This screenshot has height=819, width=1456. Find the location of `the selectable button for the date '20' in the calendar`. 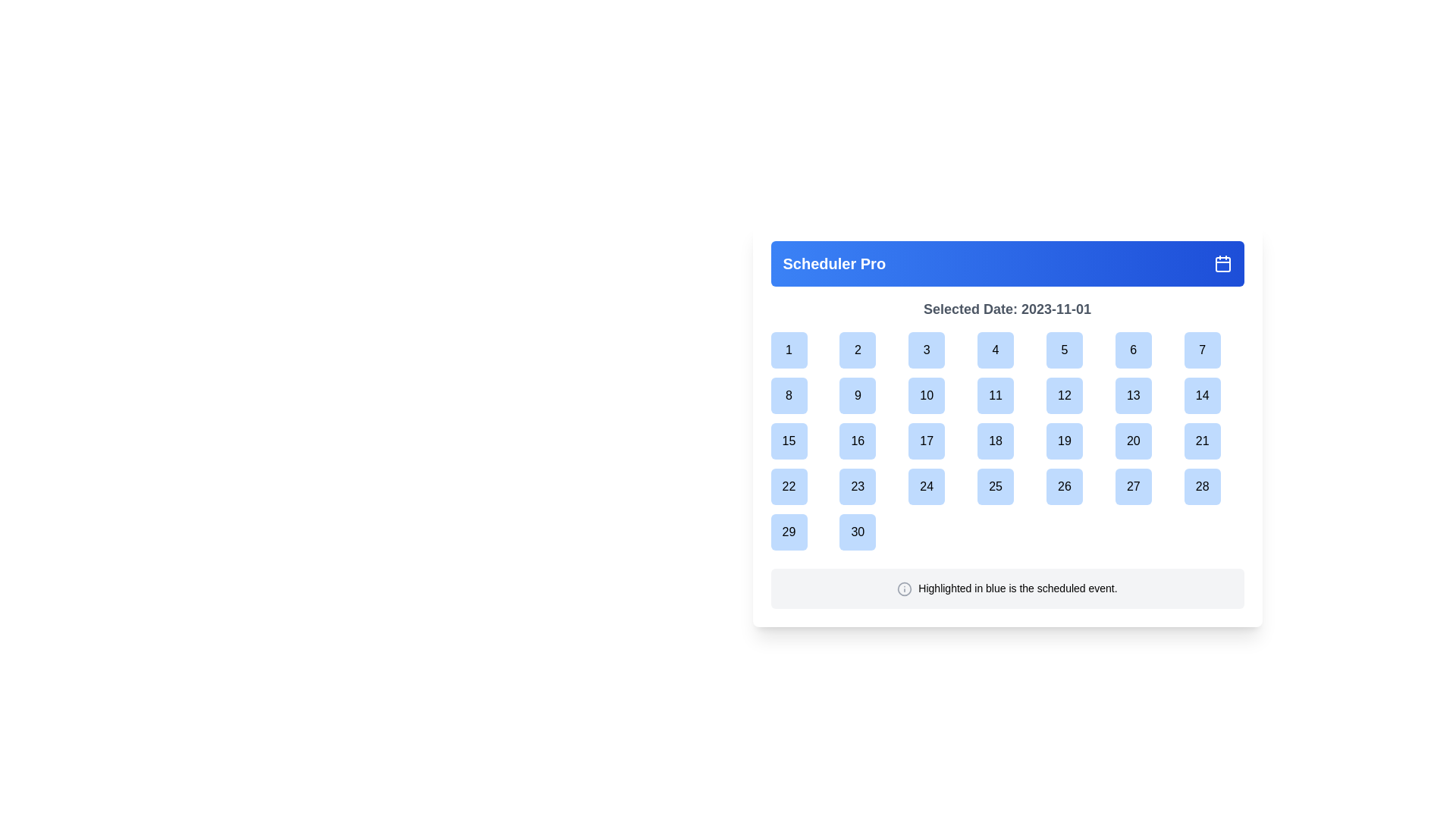

the selectable button for the date '20' in the calendar is located at coordinates (1133, 441).